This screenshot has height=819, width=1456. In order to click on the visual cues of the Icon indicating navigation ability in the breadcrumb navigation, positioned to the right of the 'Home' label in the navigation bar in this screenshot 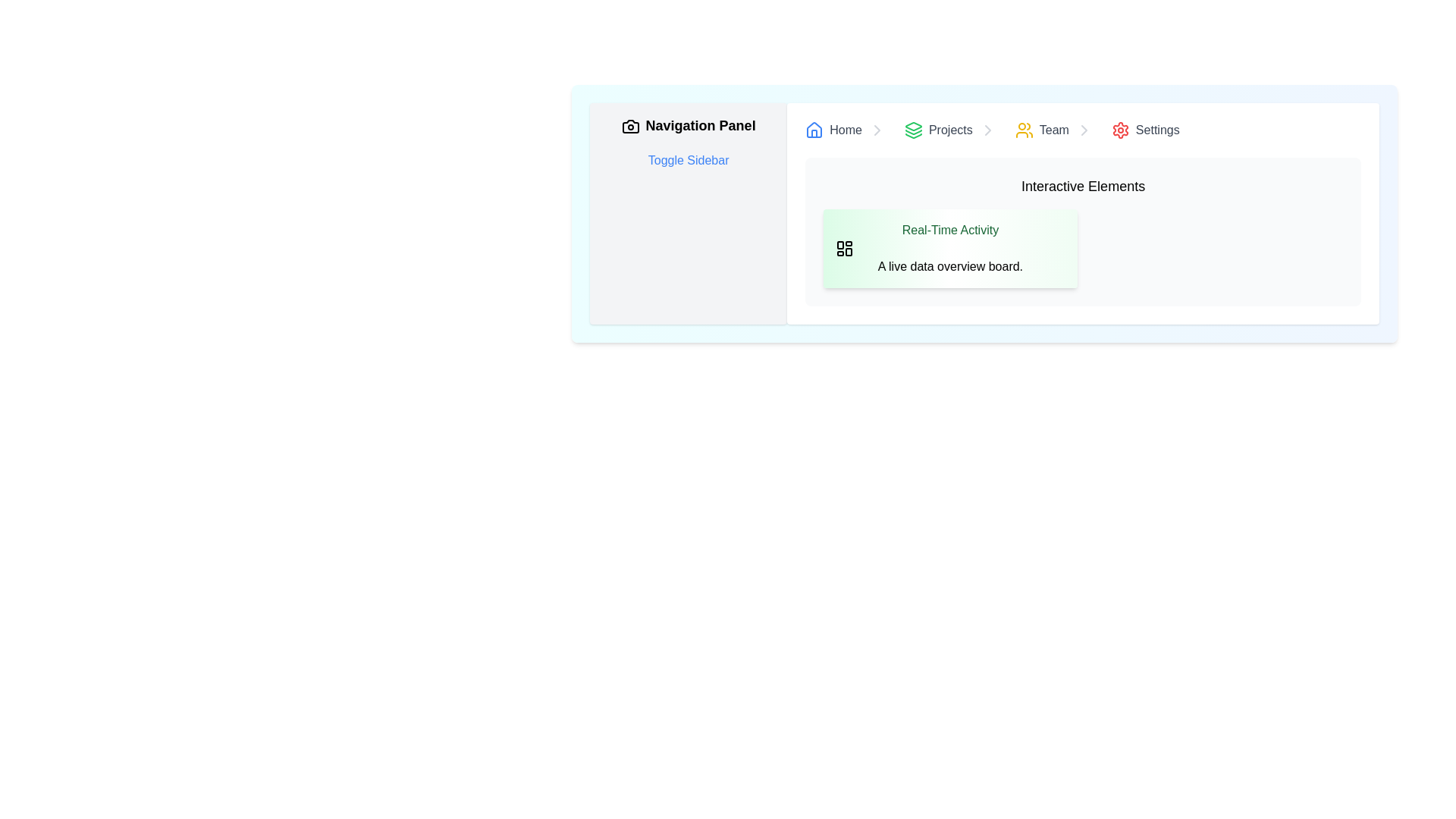, I will do `click(877, 130)`.